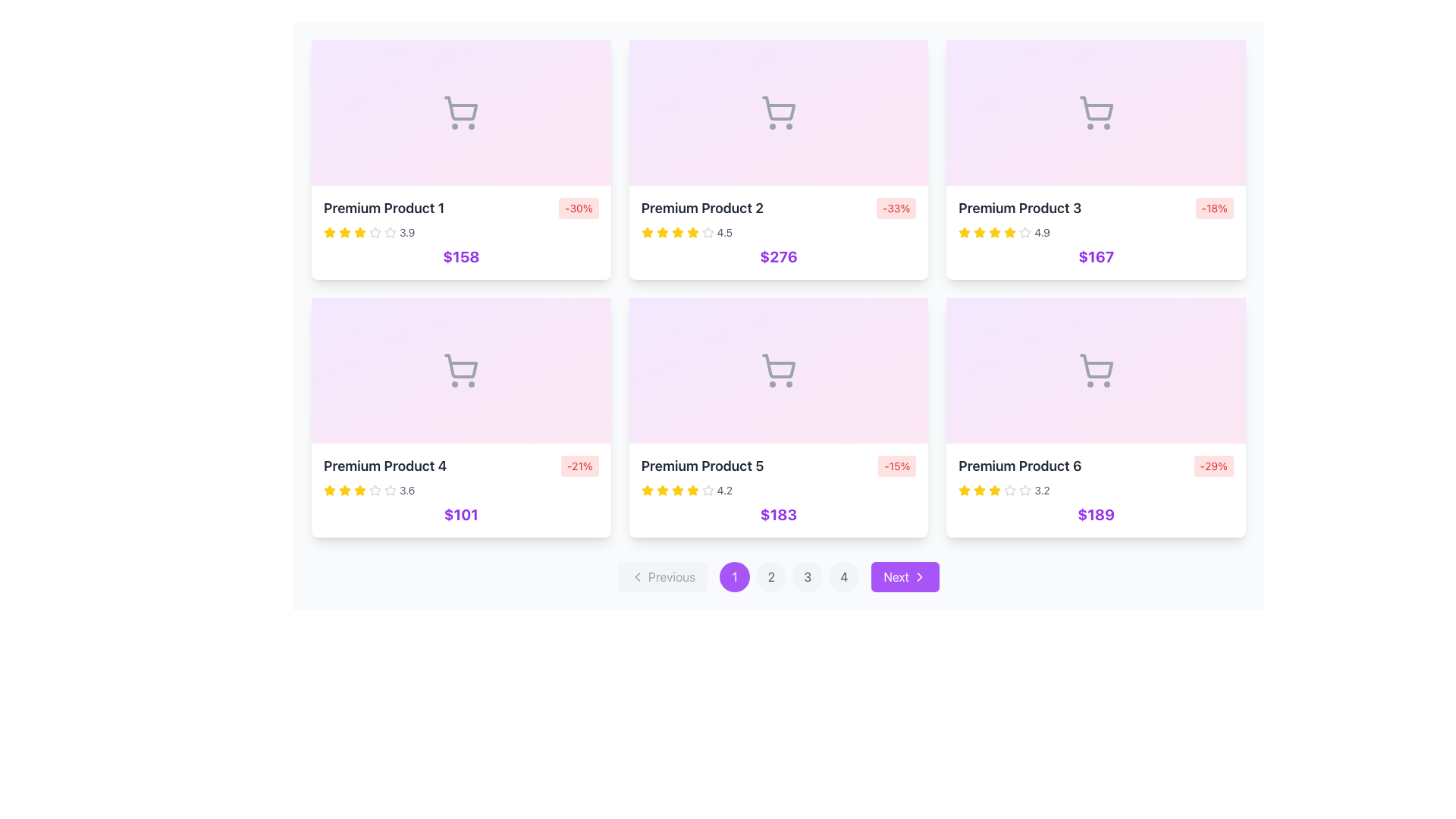 The width and height of the screenshot is (1456, 819). I want to click on numerical representation of the product's rating displayed in the text label located in the last product card of the second row, to the right of the rating stars, so click(1041, 491).